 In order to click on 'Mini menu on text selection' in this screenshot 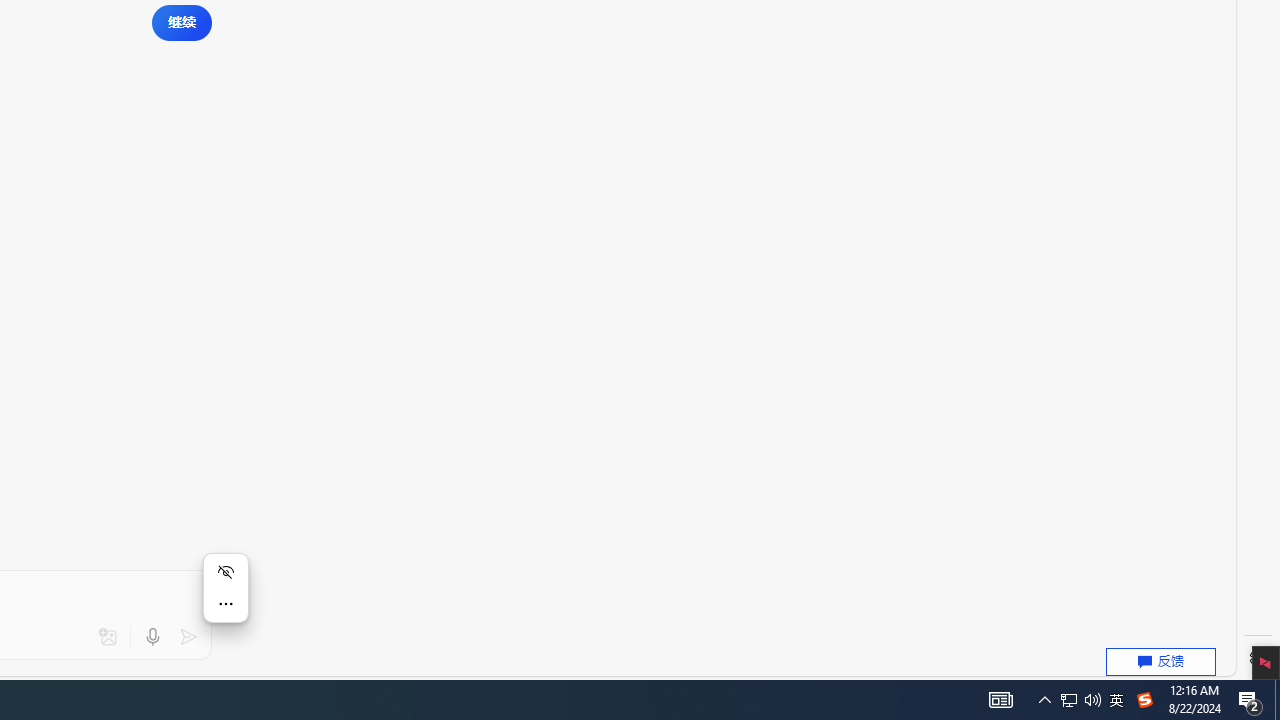, I will do `click(225, 599)`.